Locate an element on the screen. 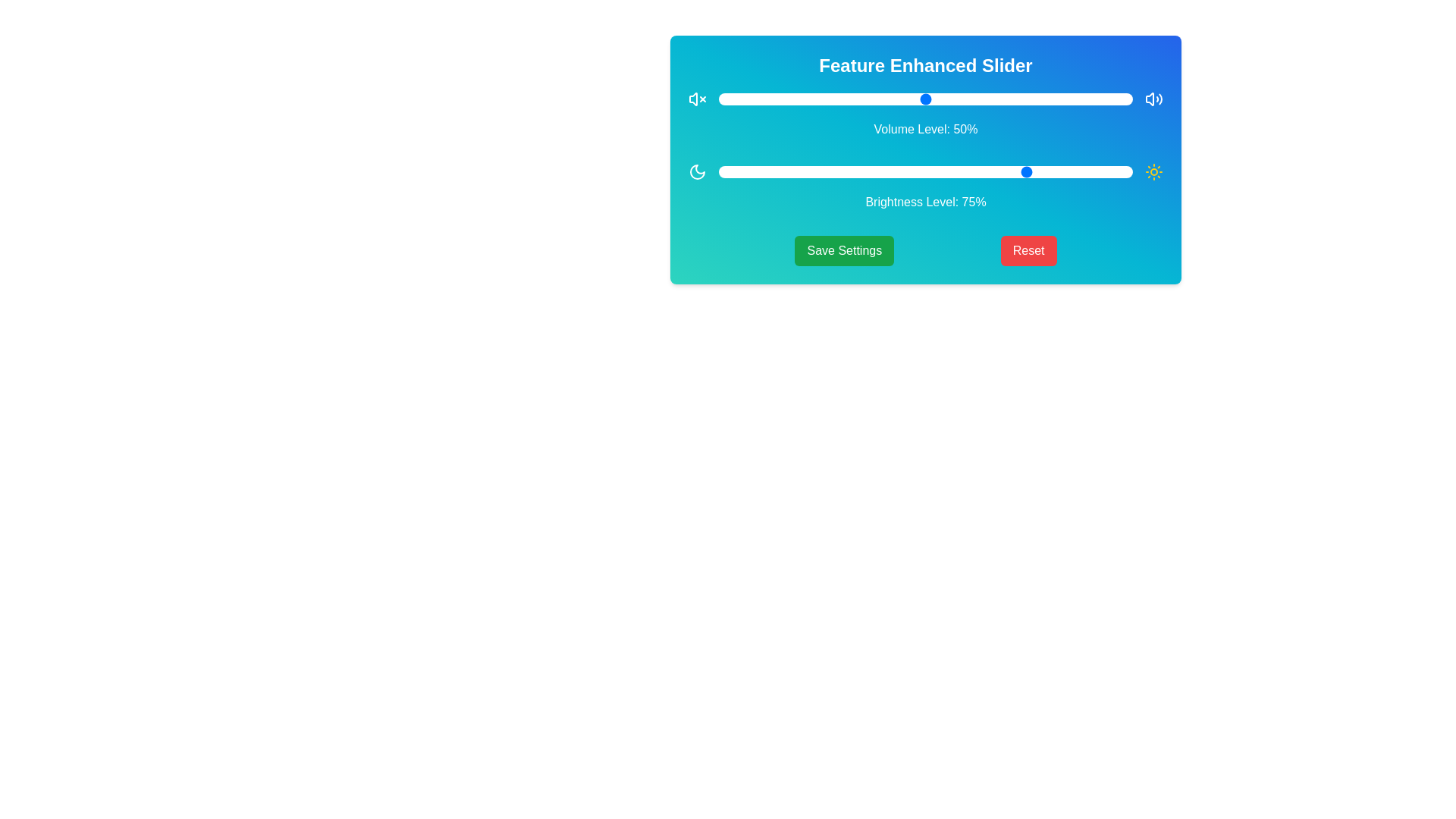 This screenshot has height=819, width=1456. brightness is located at coordinates (937, 171).